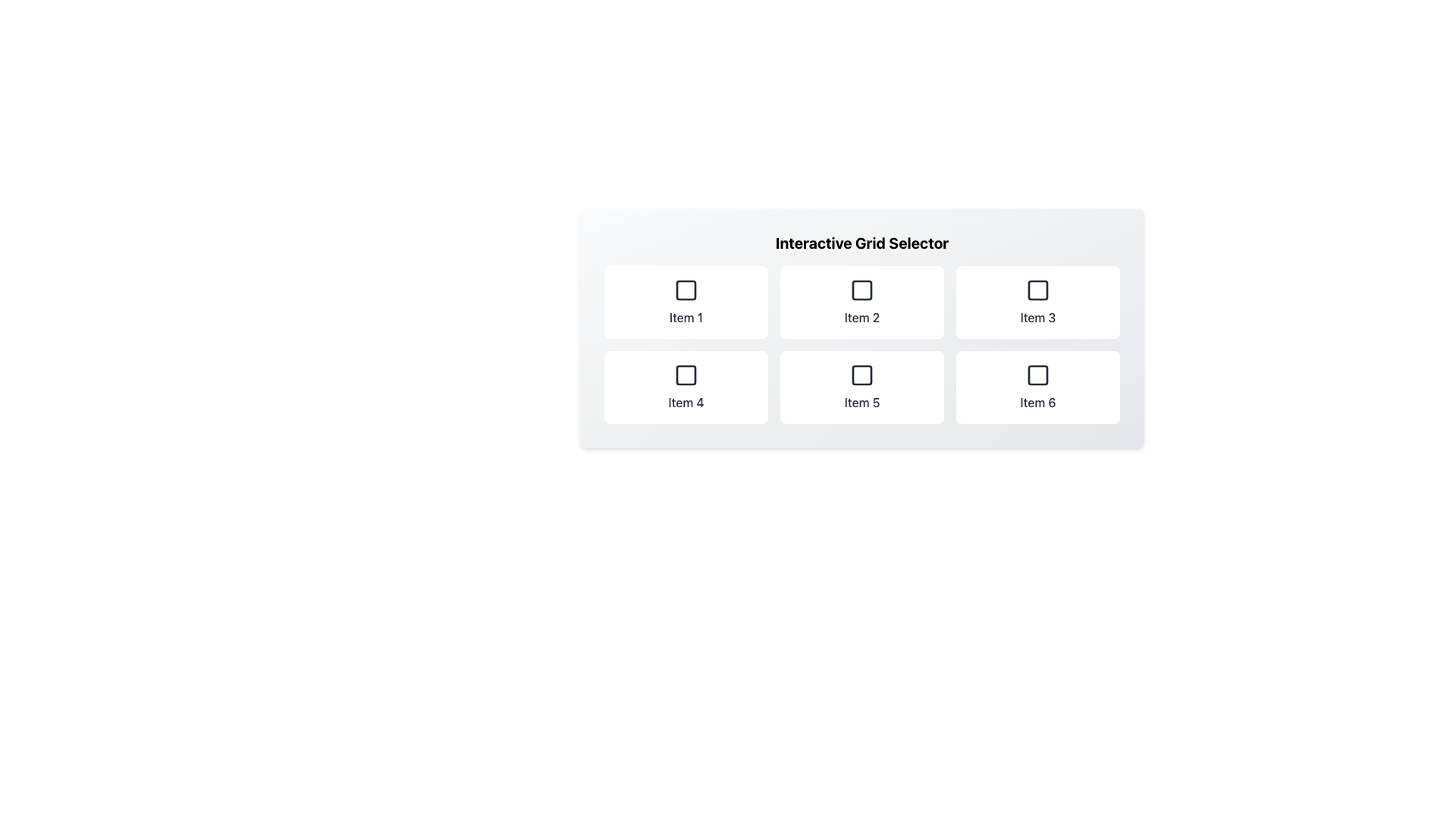  Describe the element at coordinates (686, 302) in the screenshot. I see `the selectable item button located at the top-left corner of the 'Interactive Grid Selector' grid layout` at that location.